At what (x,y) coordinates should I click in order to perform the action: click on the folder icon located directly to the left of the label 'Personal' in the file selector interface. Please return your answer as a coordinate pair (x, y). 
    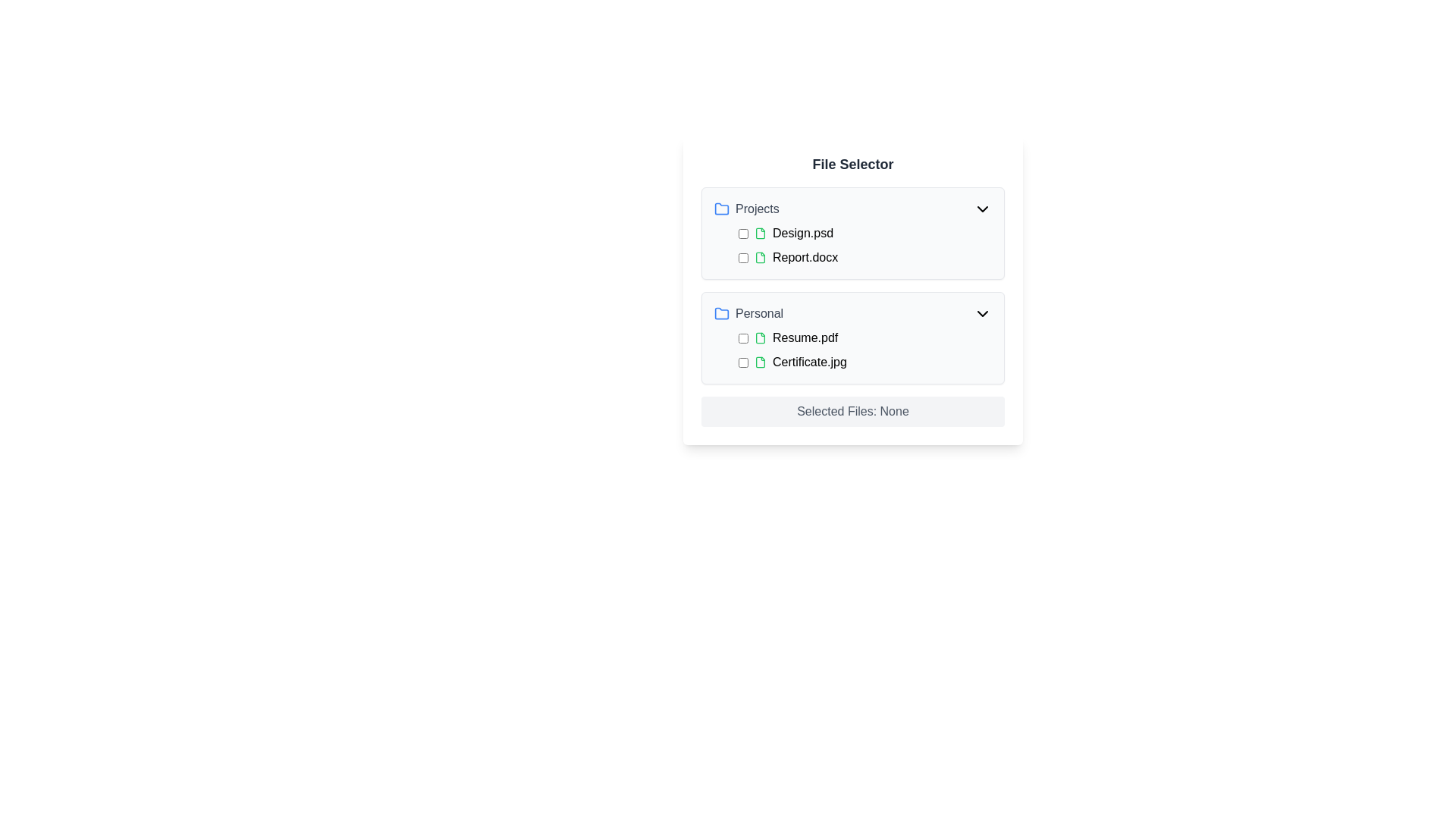
    Looking at the image, I should click on (720, 312).